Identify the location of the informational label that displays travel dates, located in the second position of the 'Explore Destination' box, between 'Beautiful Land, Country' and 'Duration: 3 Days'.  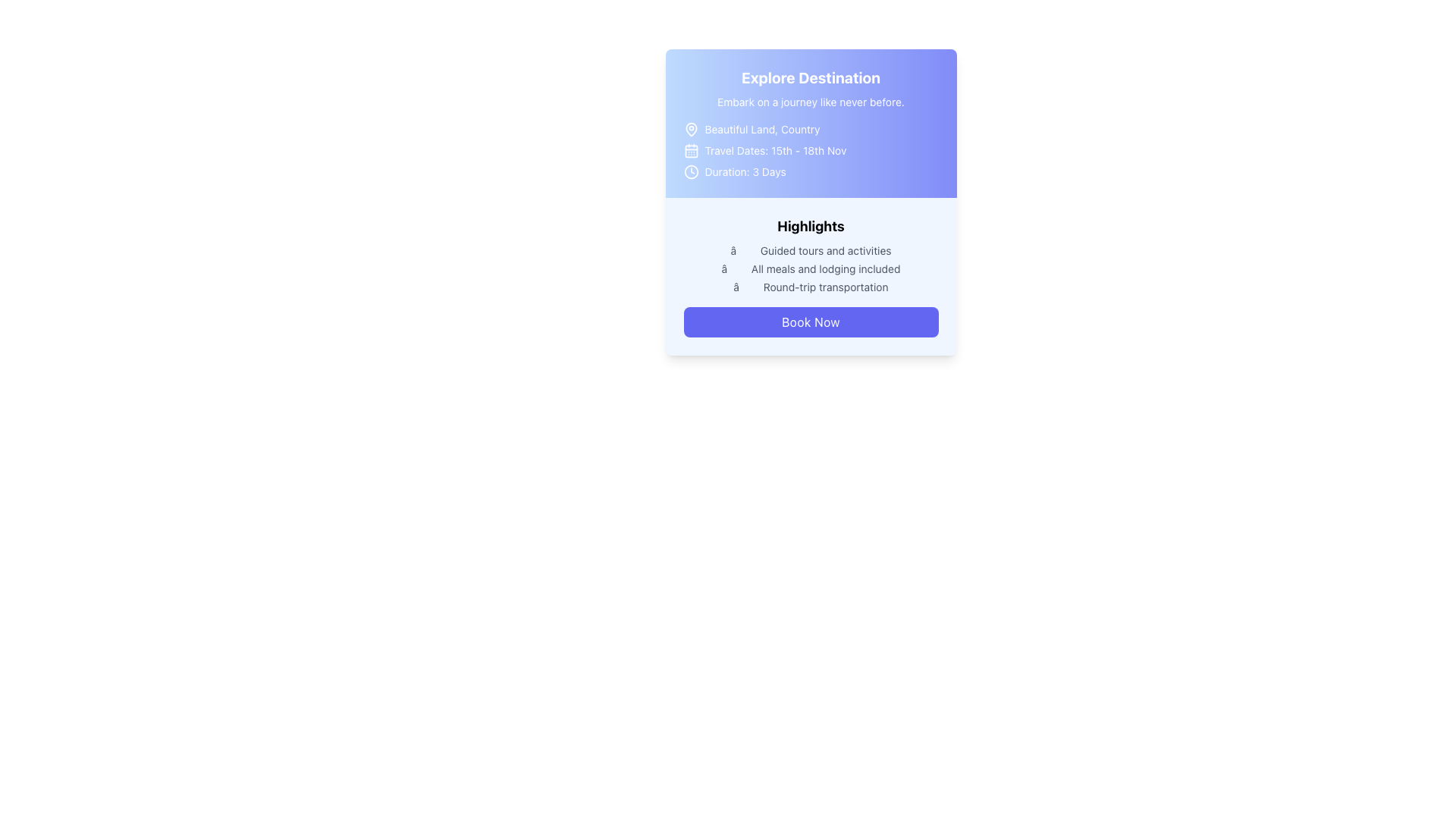
(810, 151).